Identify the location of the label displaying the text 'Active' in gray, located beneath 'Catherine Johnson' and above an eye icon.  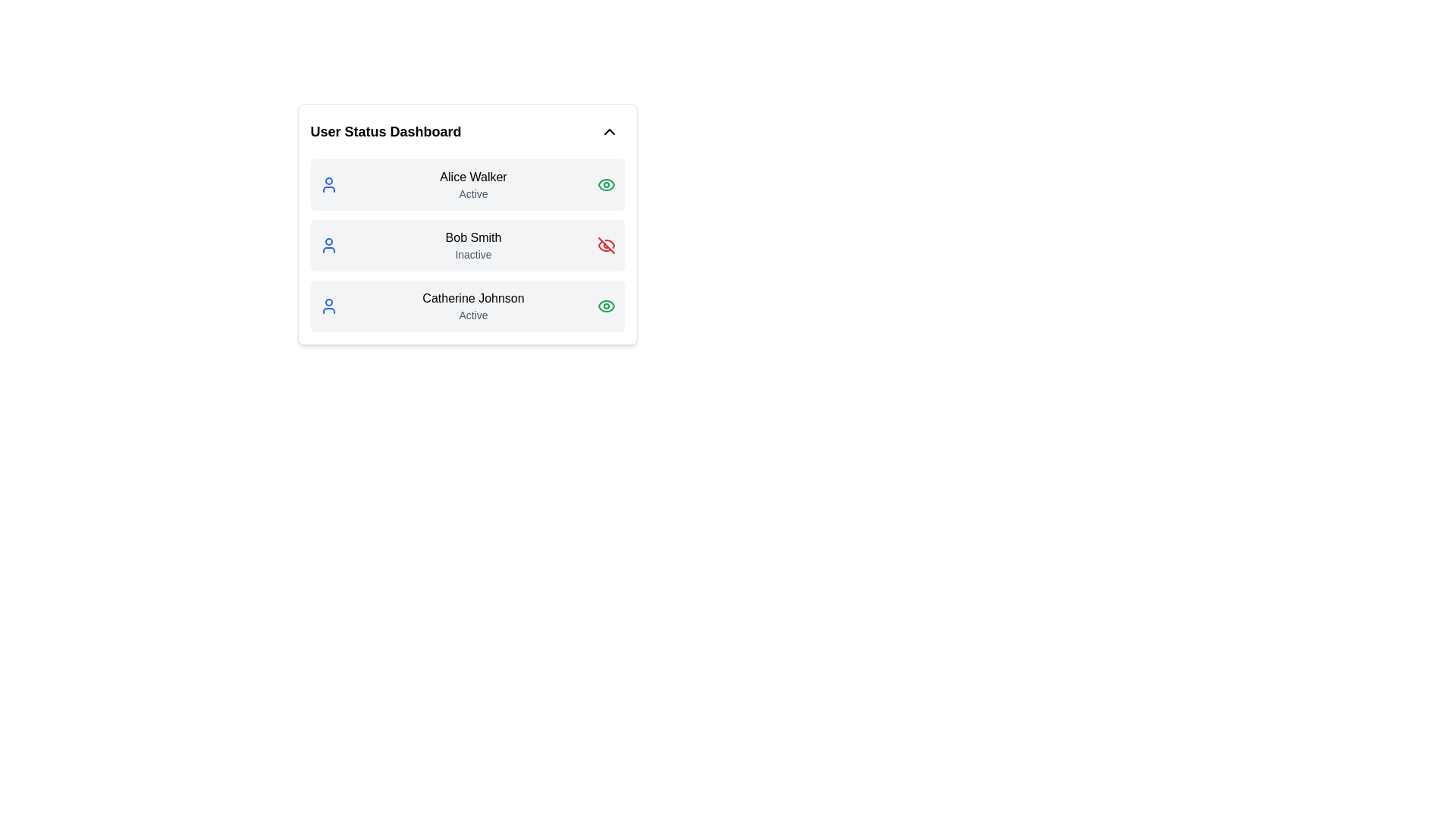
(472, 315).